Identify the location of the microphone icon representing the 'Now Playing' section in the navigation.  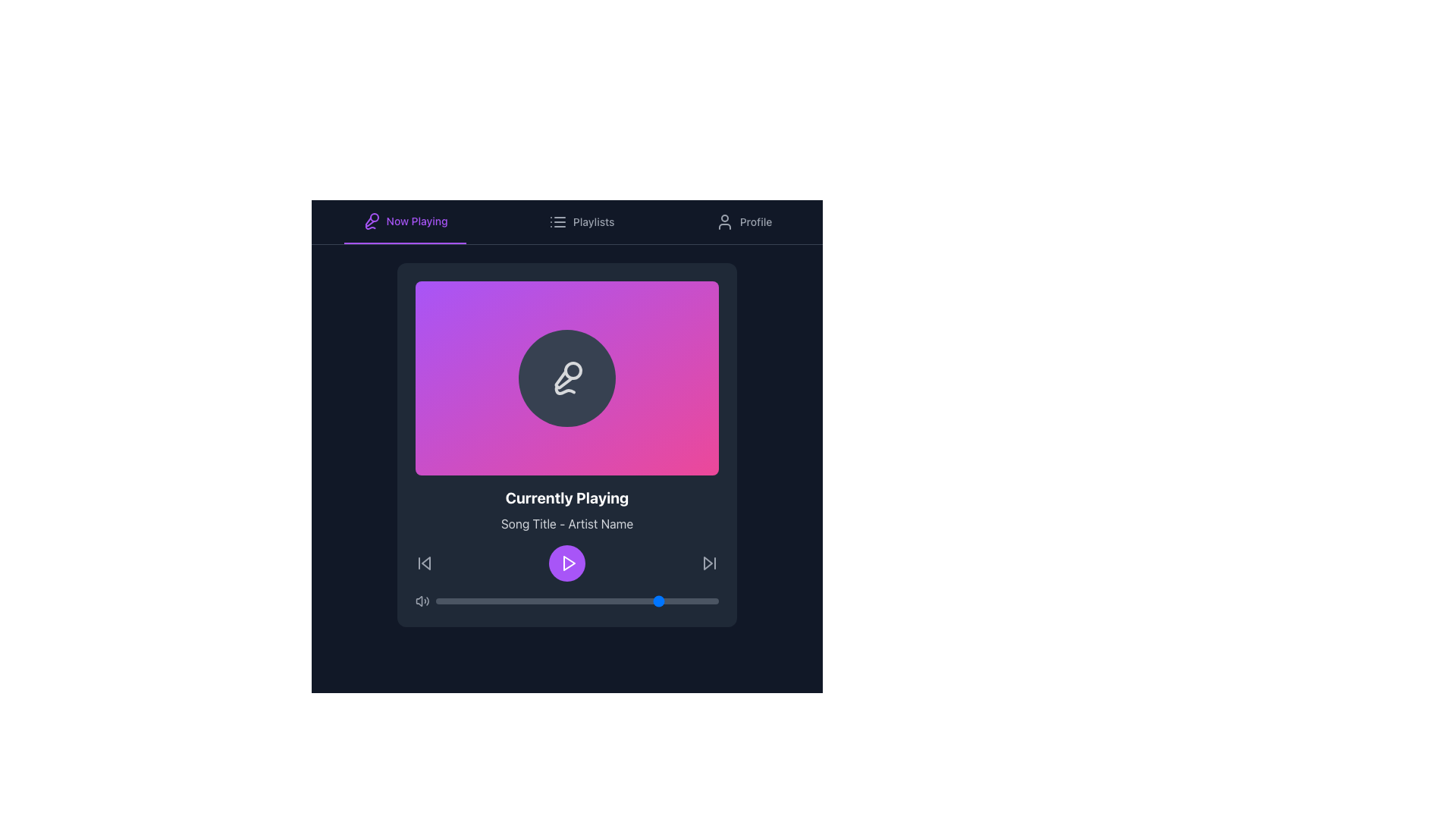
(371, 221).